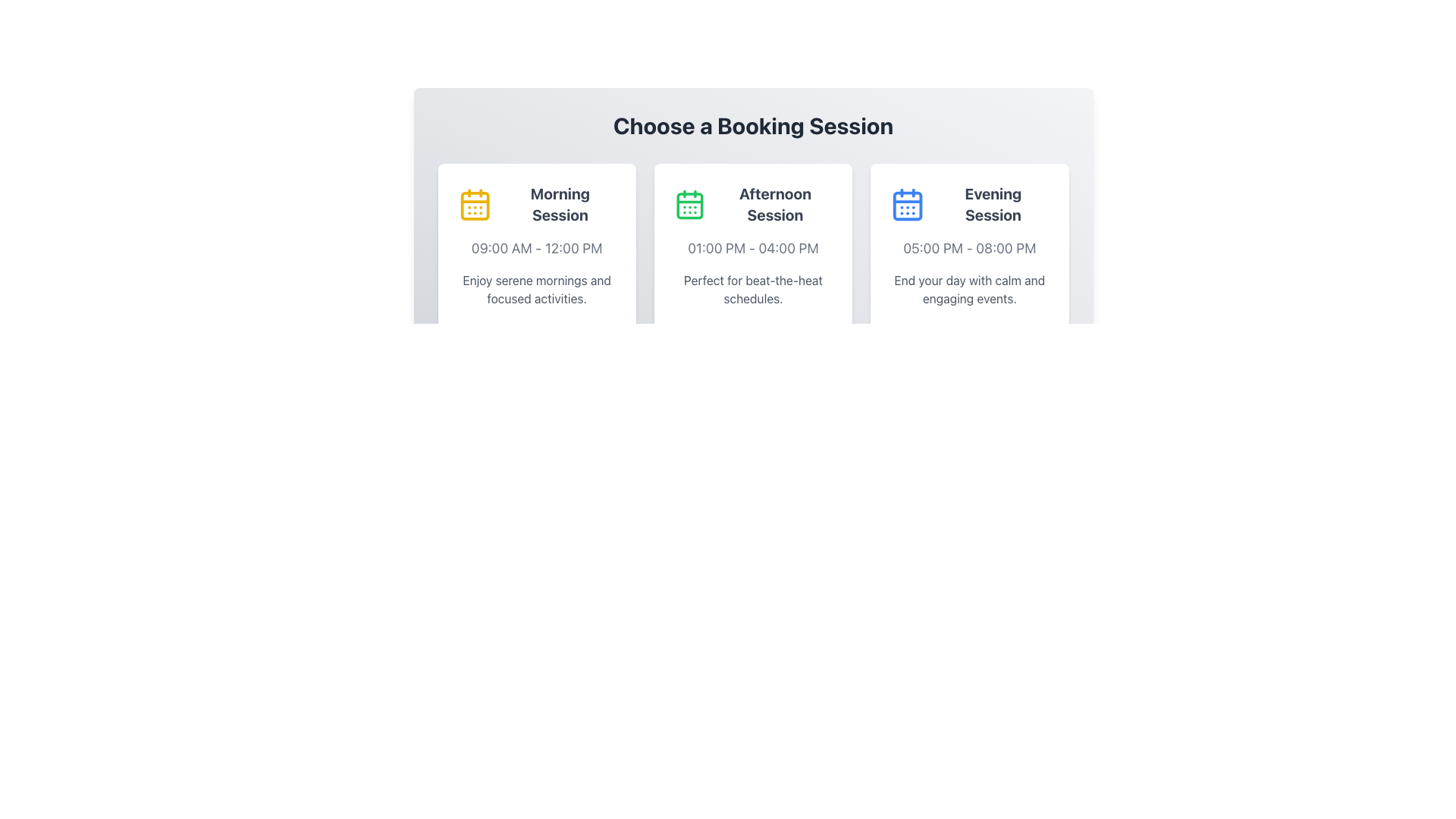 The height and width of the screenshot is (819, 1456). What do you see at coordinates (968, 205) in the screenshot?
I see `text label 'Evening Session' which is displayed in bold and large font, accompanied by a blue calendar icon, located in the header section of the booking session layout` at bounding box center [968, 205].